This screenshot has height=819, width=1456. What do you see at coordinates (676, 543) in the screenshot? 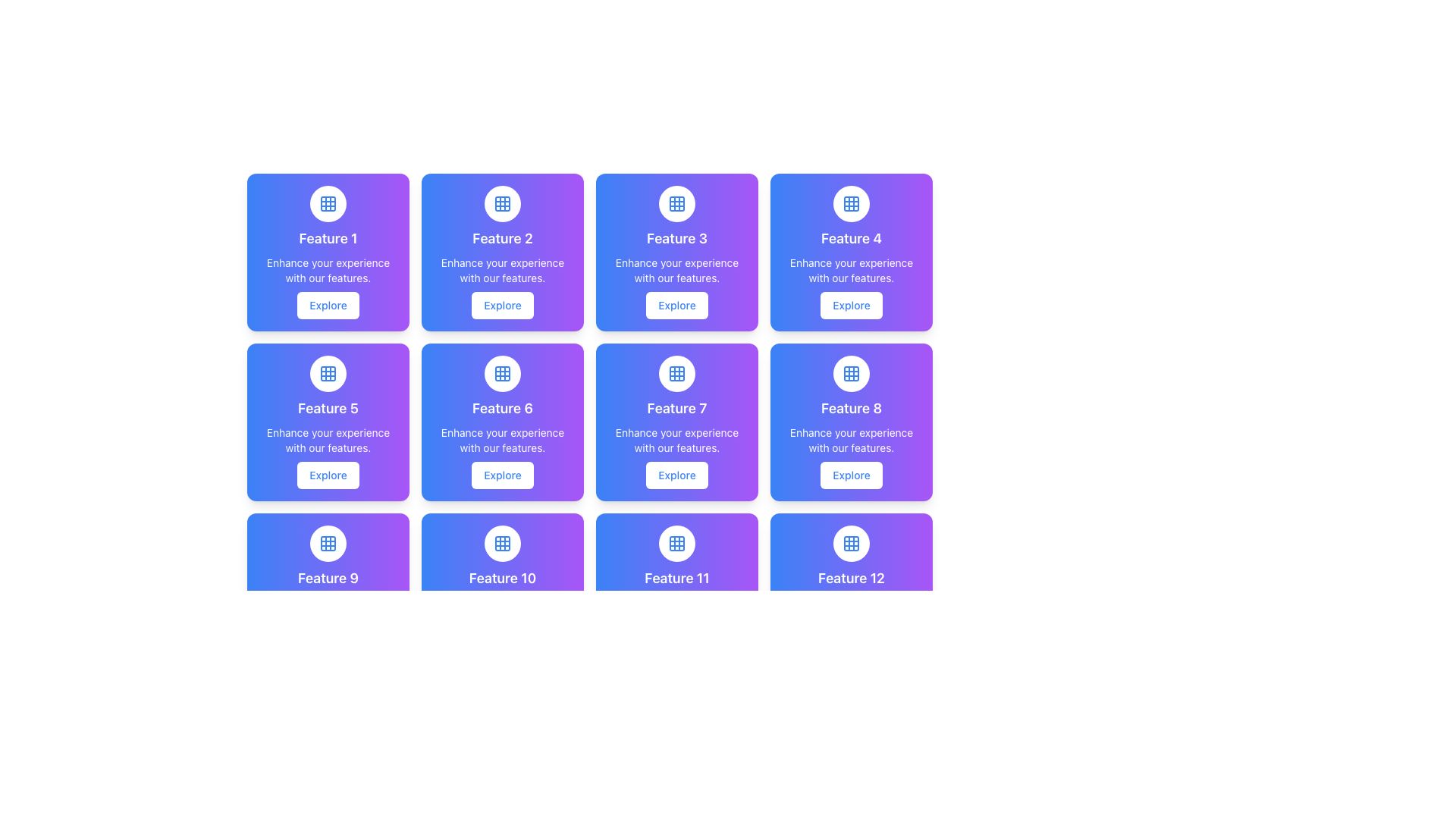
I see `the Decorative icon component, which is a rounded rectangle filled with blue, centrally positioned within the grid layout icon at the top of the 'Feature 11' card` at bounding box center [676, 543].